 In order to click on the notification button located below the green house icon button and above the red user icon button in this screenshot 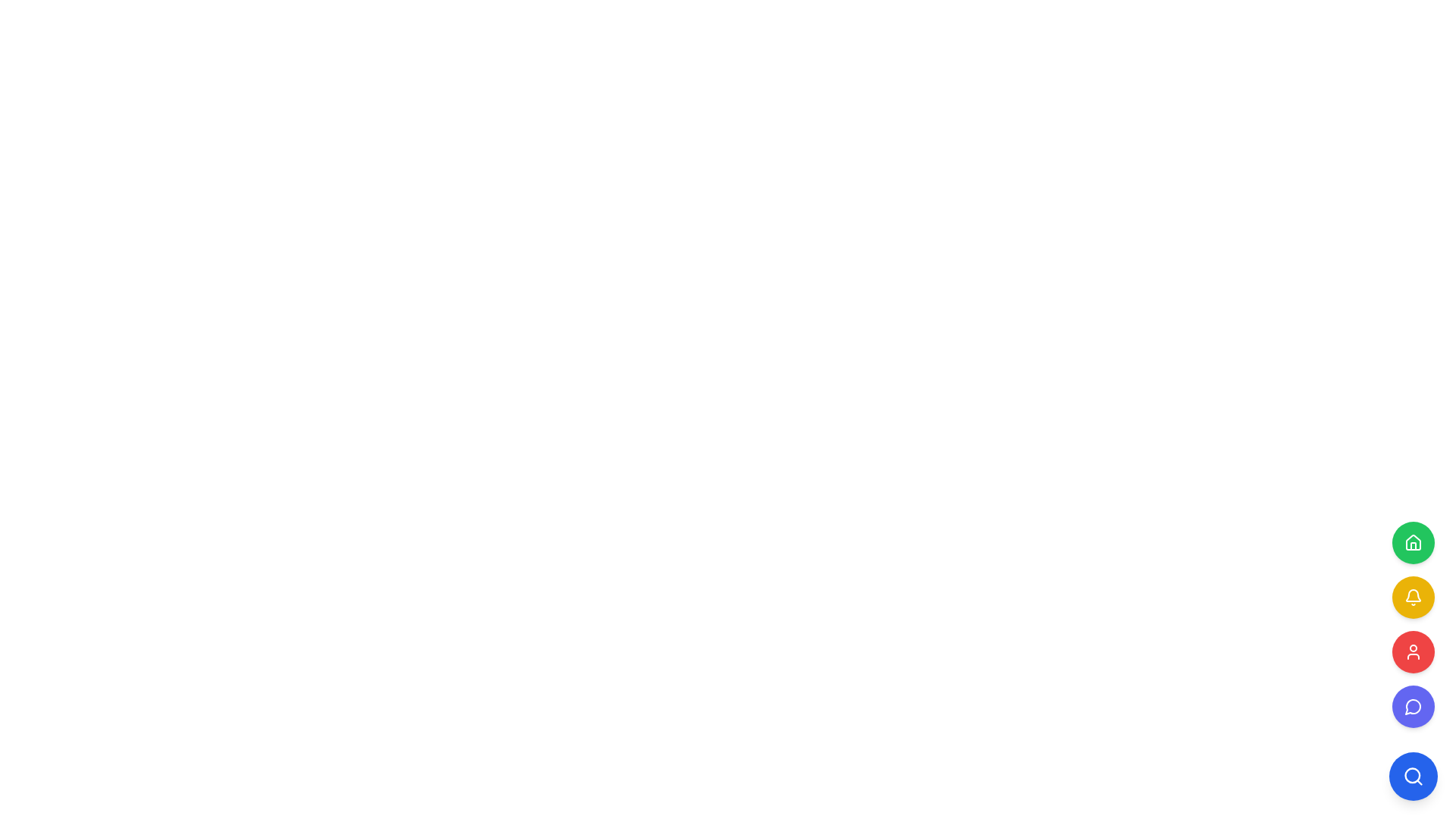, I will do `click(1412, 596)`.